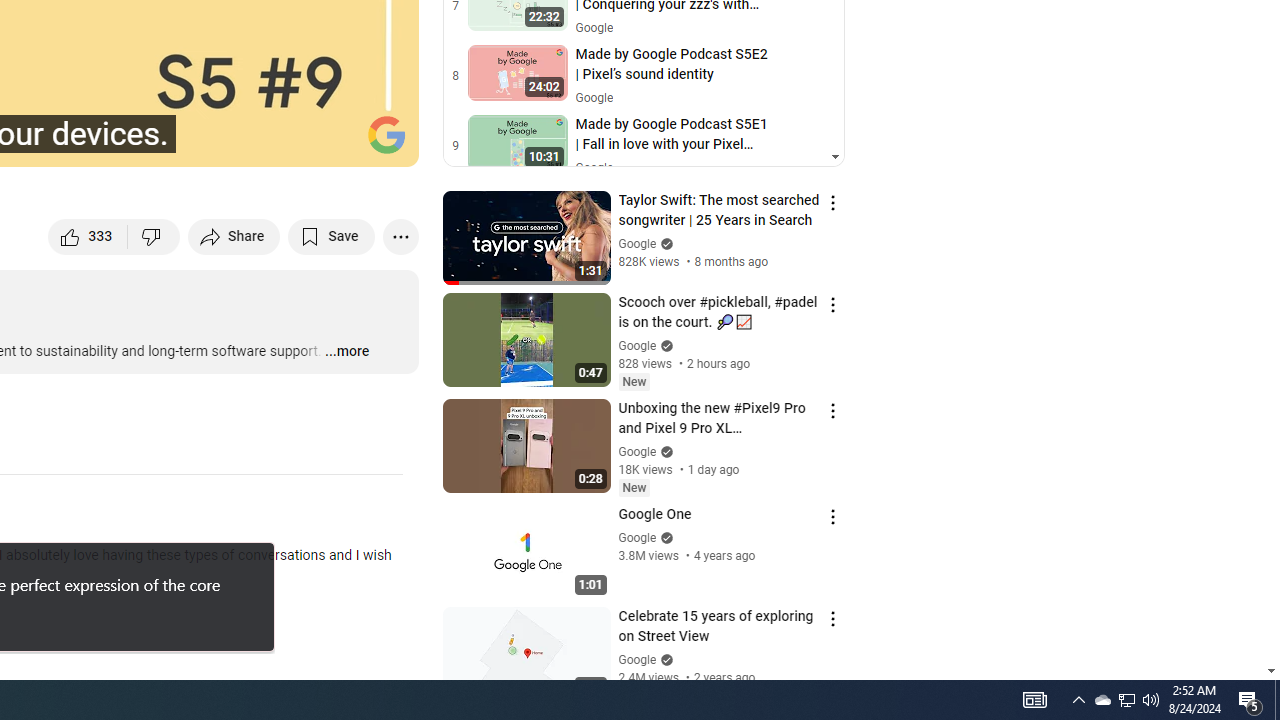 This screenshot has width=1280, height=720. Describe the element at coordinates (346, 351) in the screenshot. I see `'...more'` at that location.